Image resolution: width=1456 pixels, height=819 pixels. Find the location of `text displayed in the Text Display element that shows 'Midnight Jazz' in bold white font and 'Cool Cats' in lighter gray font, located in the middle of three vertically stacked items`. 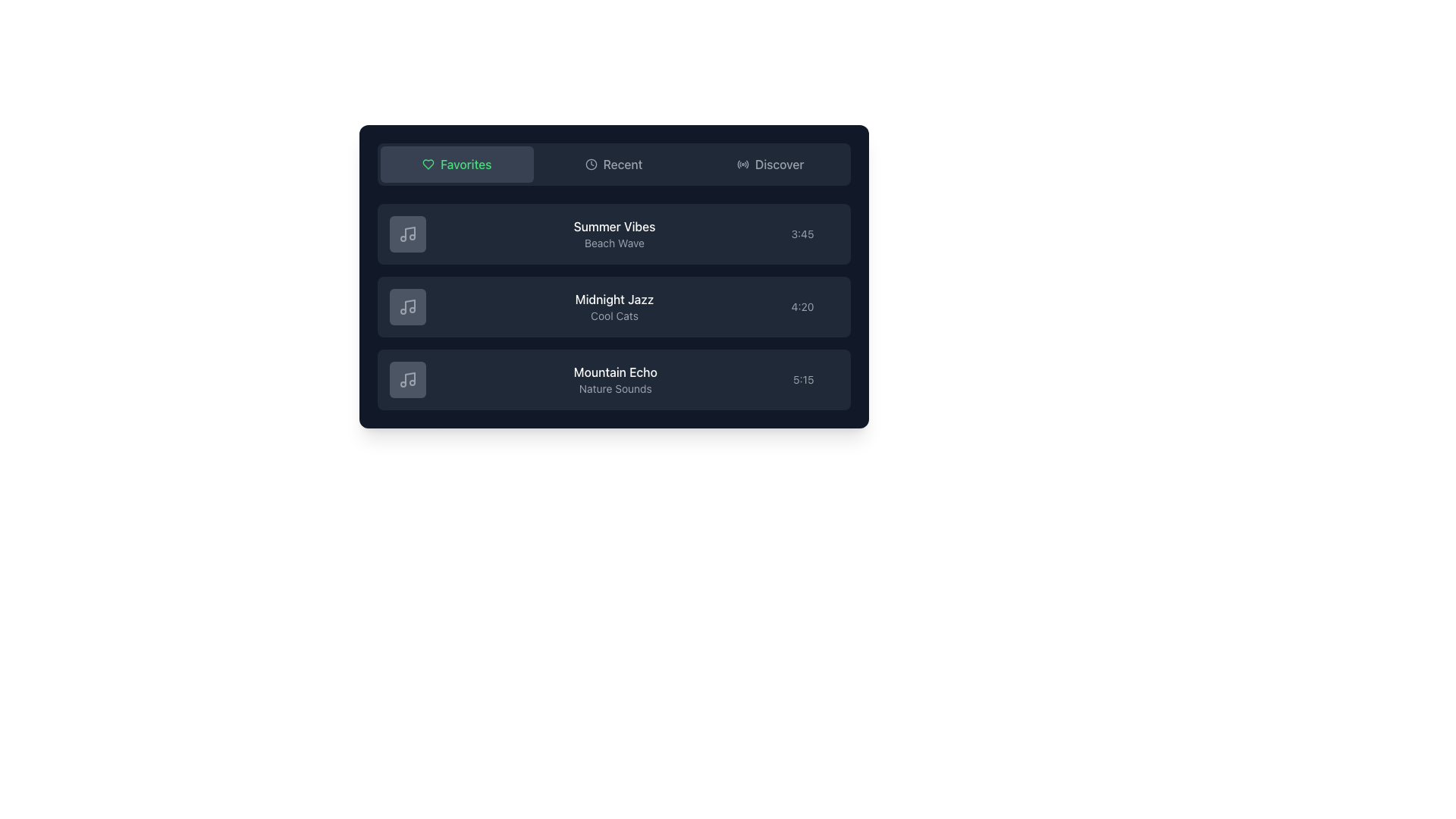

text displayed in the Text Display element that shows 'Midnight Jazz' in bold white font and 'Cool Cats' in lighter gray font, located in the middle of three vertically stacked items is located at coordinates (614, 307).